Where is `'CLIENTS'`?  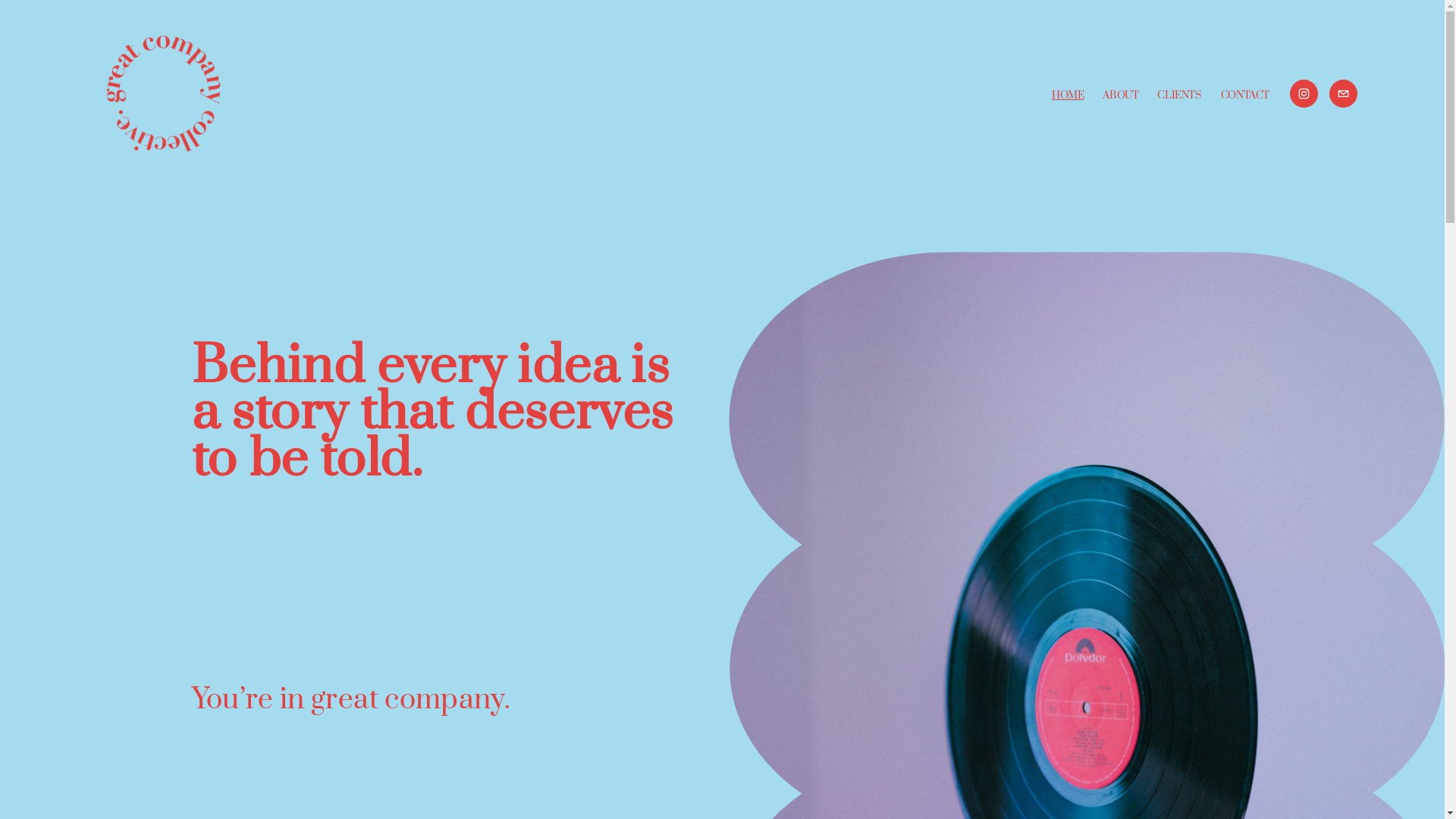 'CLIENTS' is located at coordinates (1178, 96).